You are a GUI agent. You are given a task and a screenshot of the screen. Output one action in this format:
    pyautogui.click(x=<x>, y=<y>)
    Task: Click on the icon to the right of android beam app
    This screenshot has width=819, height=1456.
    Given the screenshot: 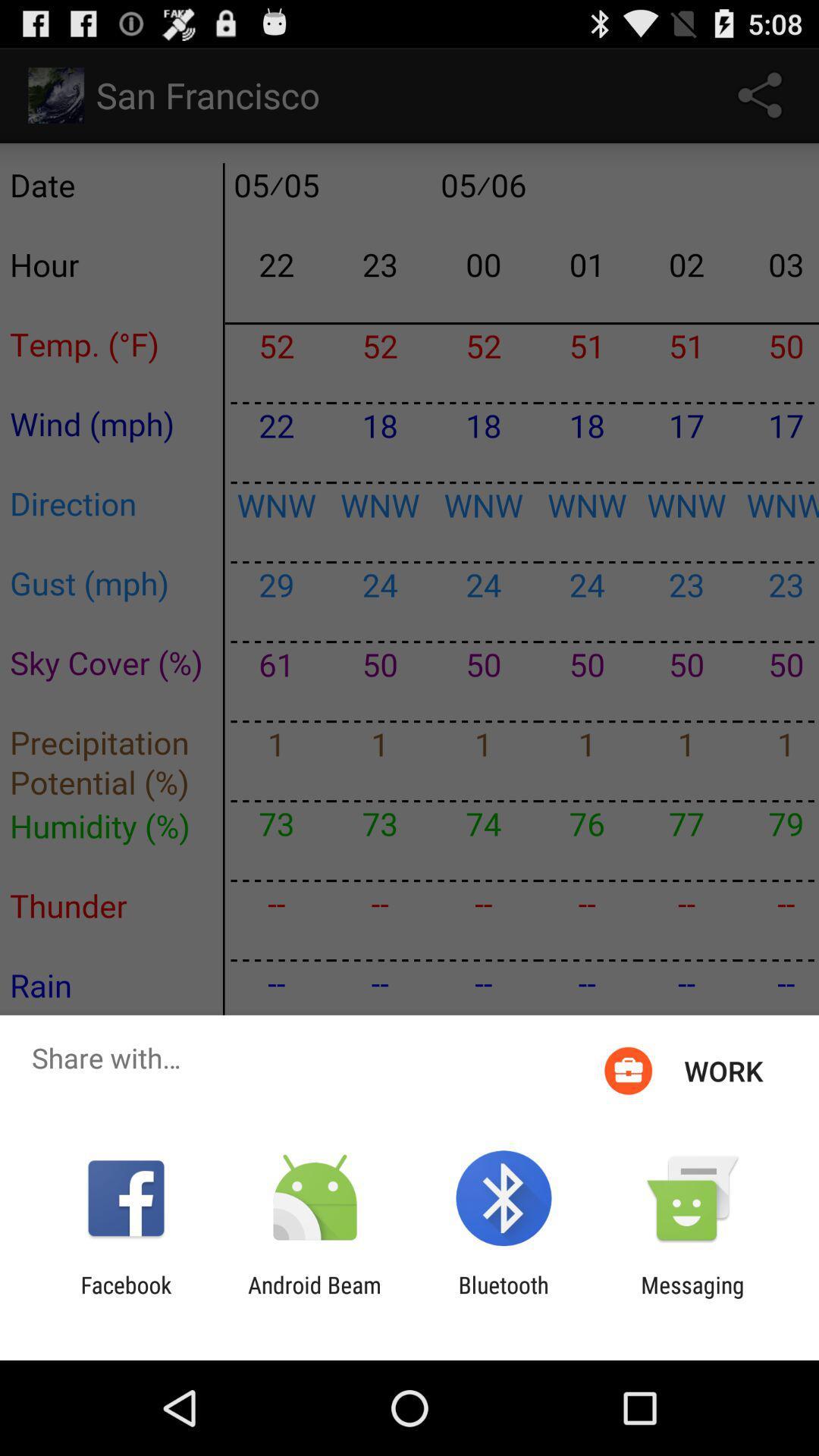 What is the action you would take?
    pyautogui.click(x=504, y=1298)
    